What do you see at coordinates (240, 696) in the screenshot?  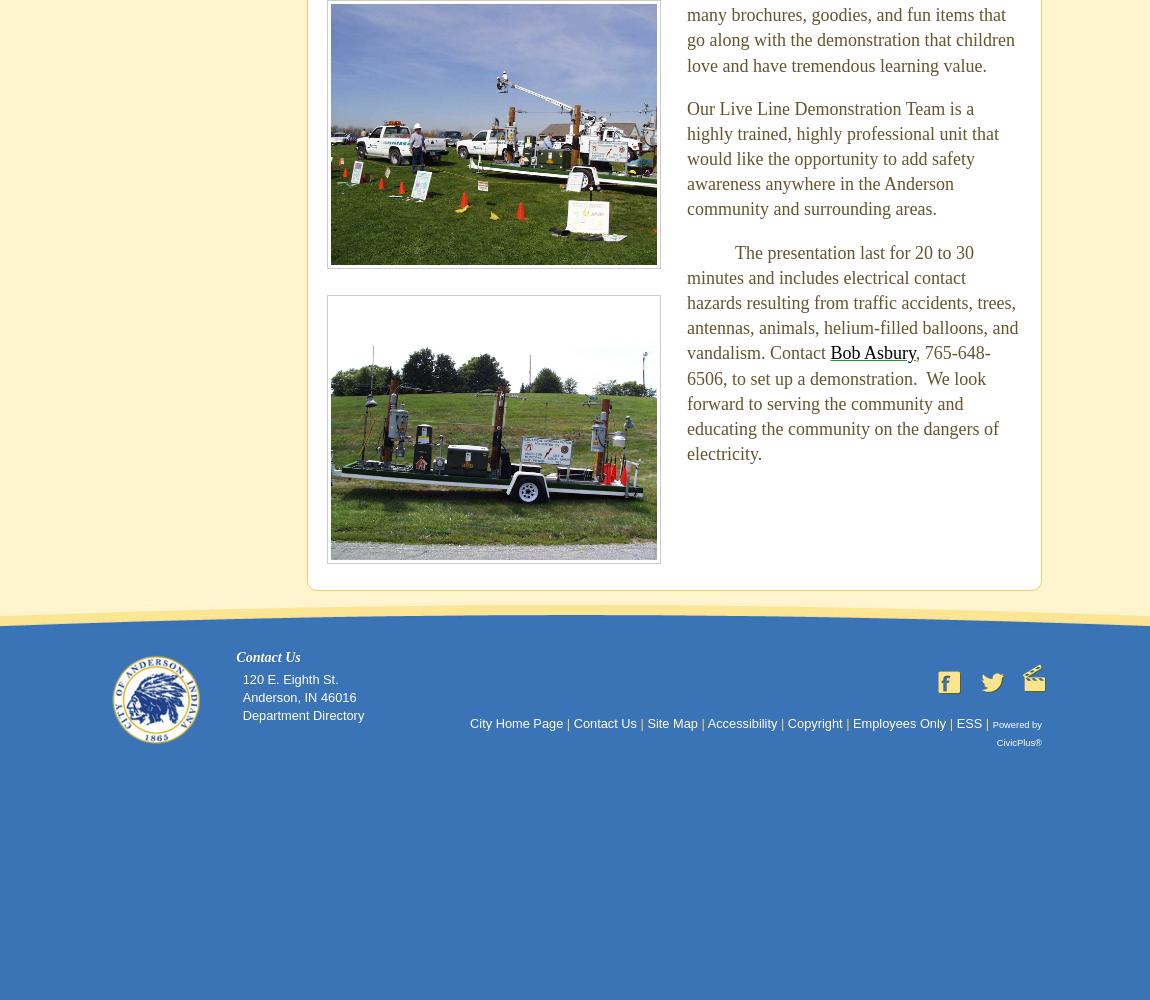 I see `'Anderson, IN 46016'` at bounding box center [240, 696].